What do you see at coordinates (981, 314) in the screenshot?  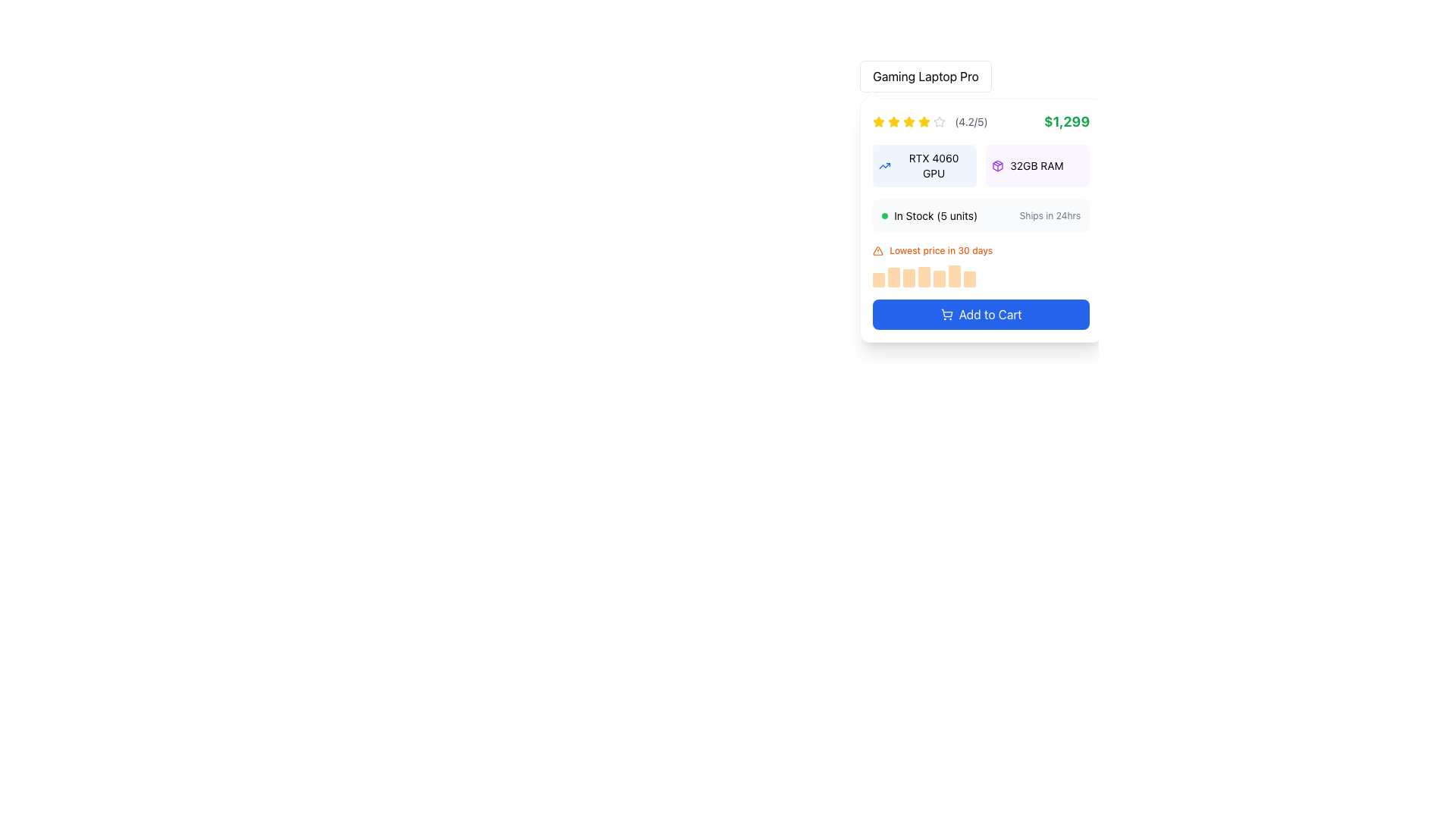 I see `the blue button with rounded edges labeled 'Add to Cart'` at bounding box center [981, 314].